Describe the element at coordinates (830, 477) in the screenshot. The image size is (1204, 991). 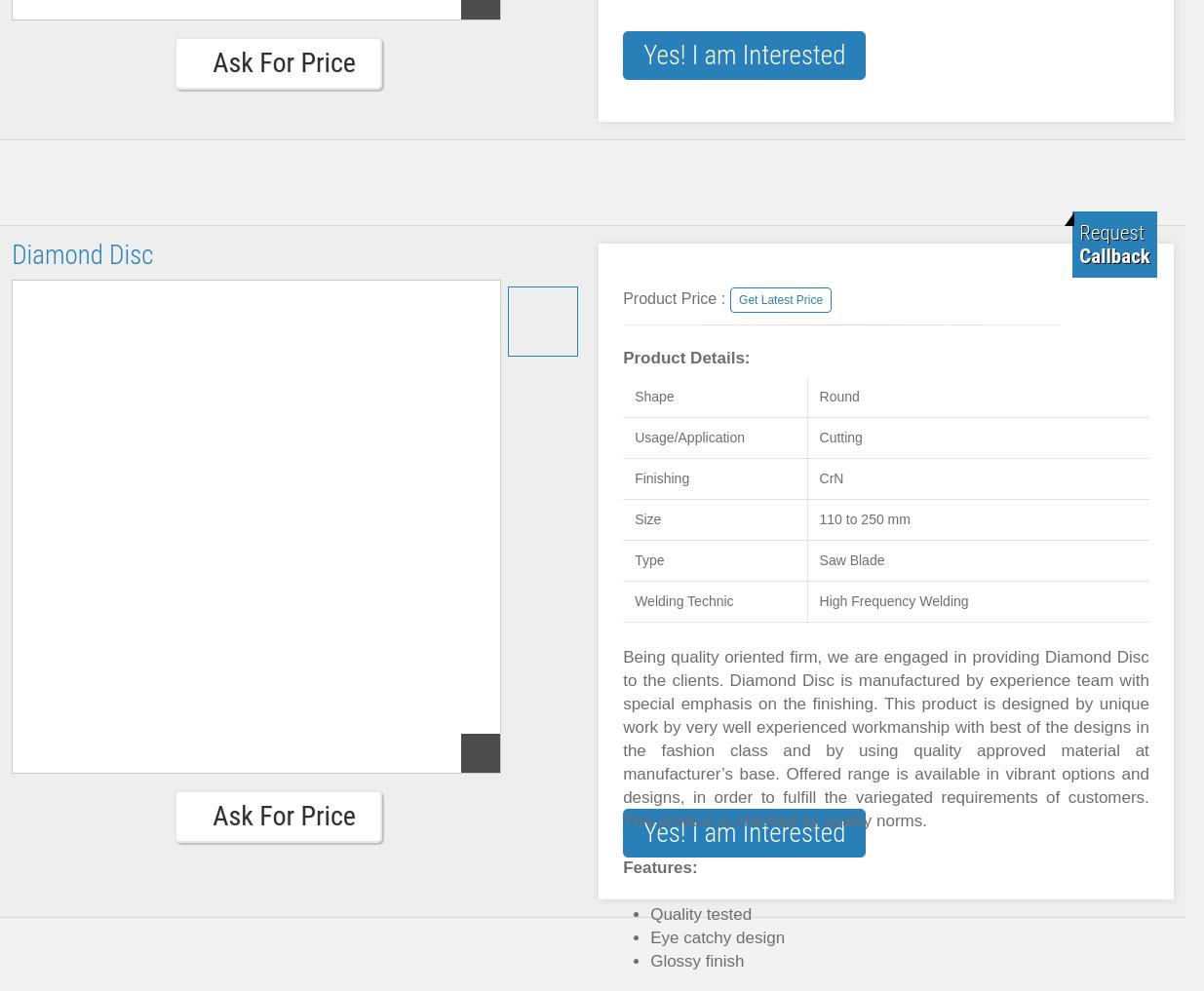
I see `'CrN'` at that location.